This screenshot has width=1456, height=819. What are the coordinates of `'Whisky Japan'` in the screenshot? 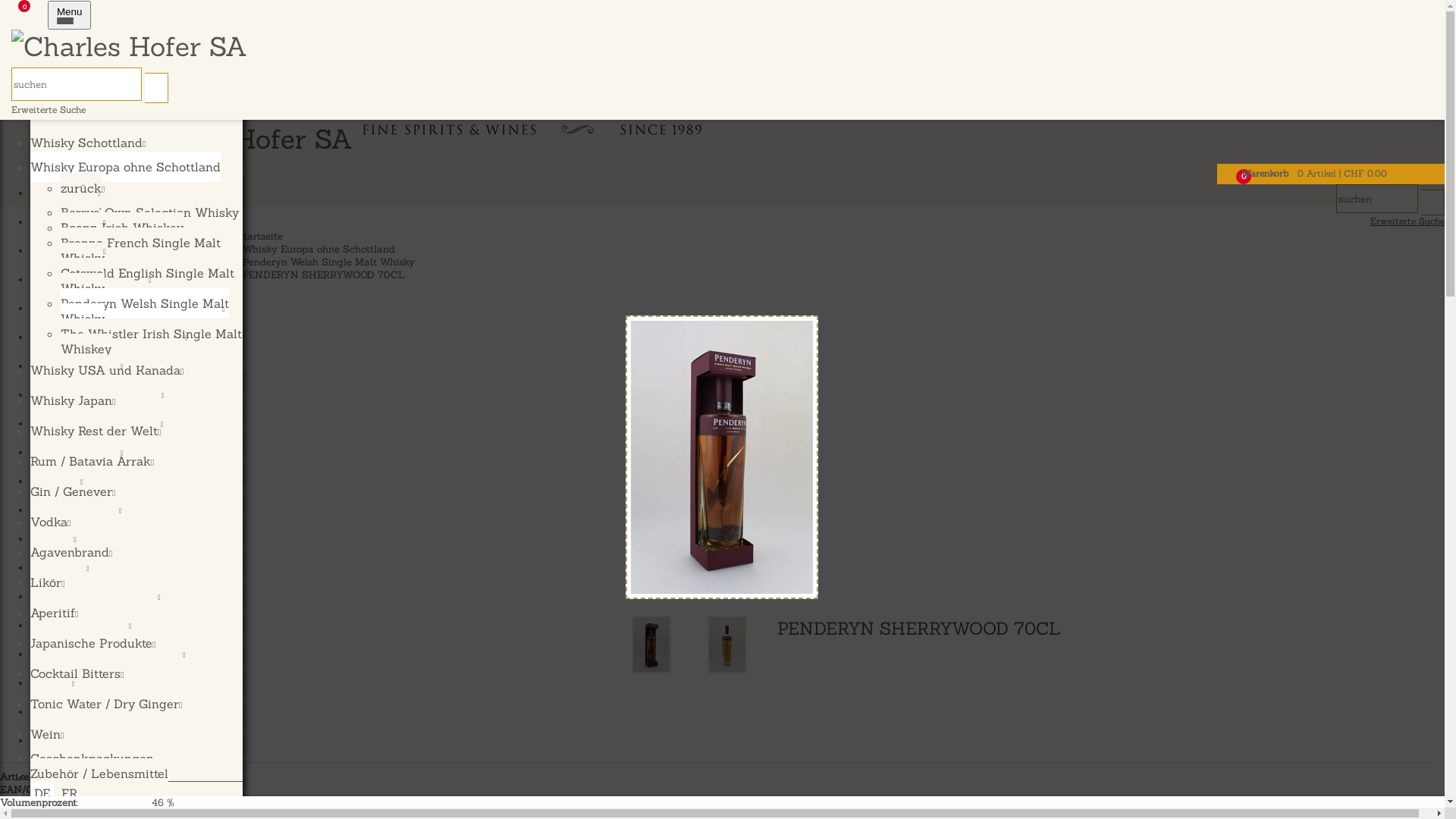 It's located at (82, 366).